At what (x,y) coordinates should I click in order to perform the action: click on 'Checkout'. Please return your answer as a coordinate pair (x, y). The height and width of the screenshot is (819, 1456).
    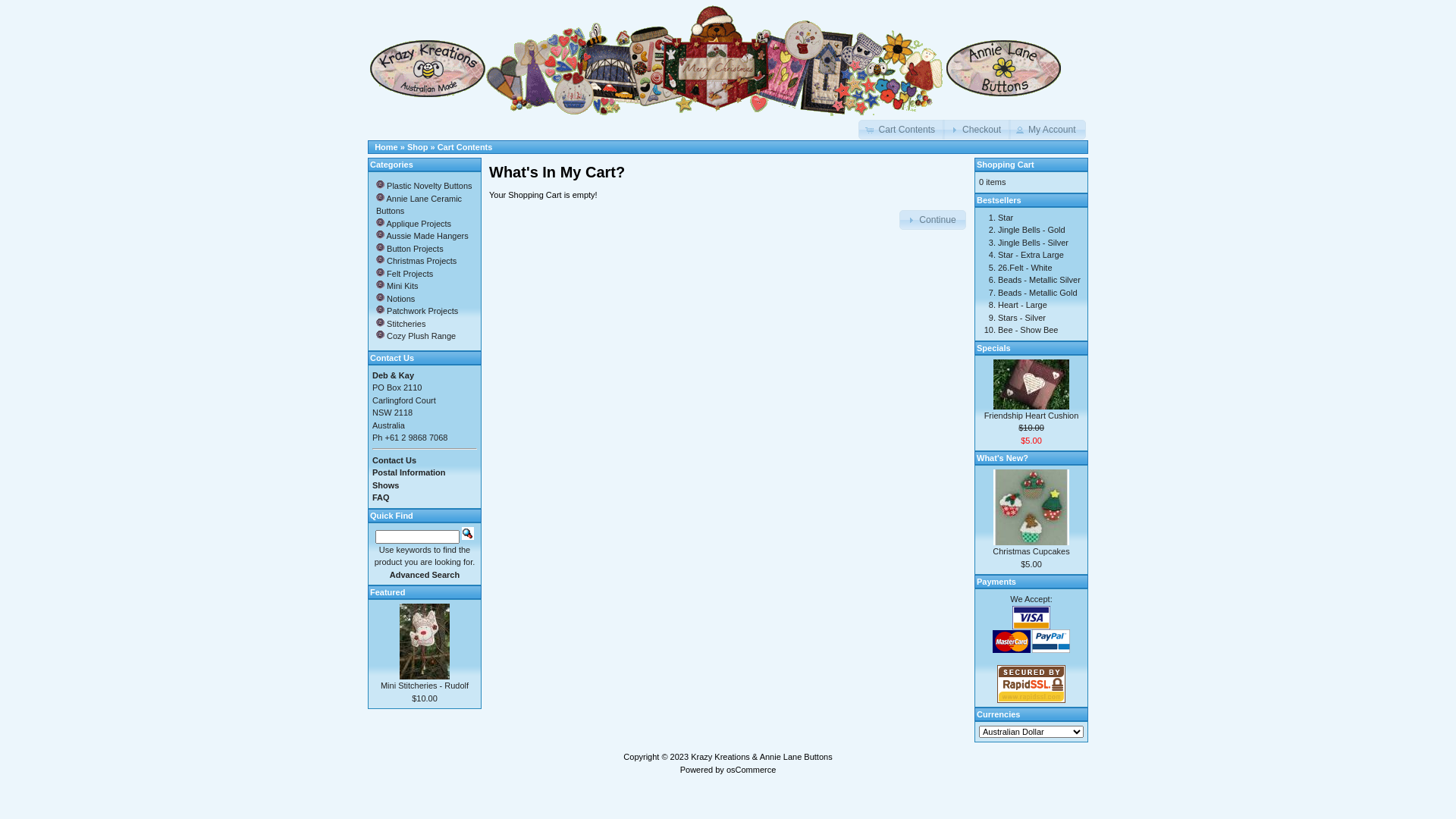
    Looking at the image, I should click on (977, 128).